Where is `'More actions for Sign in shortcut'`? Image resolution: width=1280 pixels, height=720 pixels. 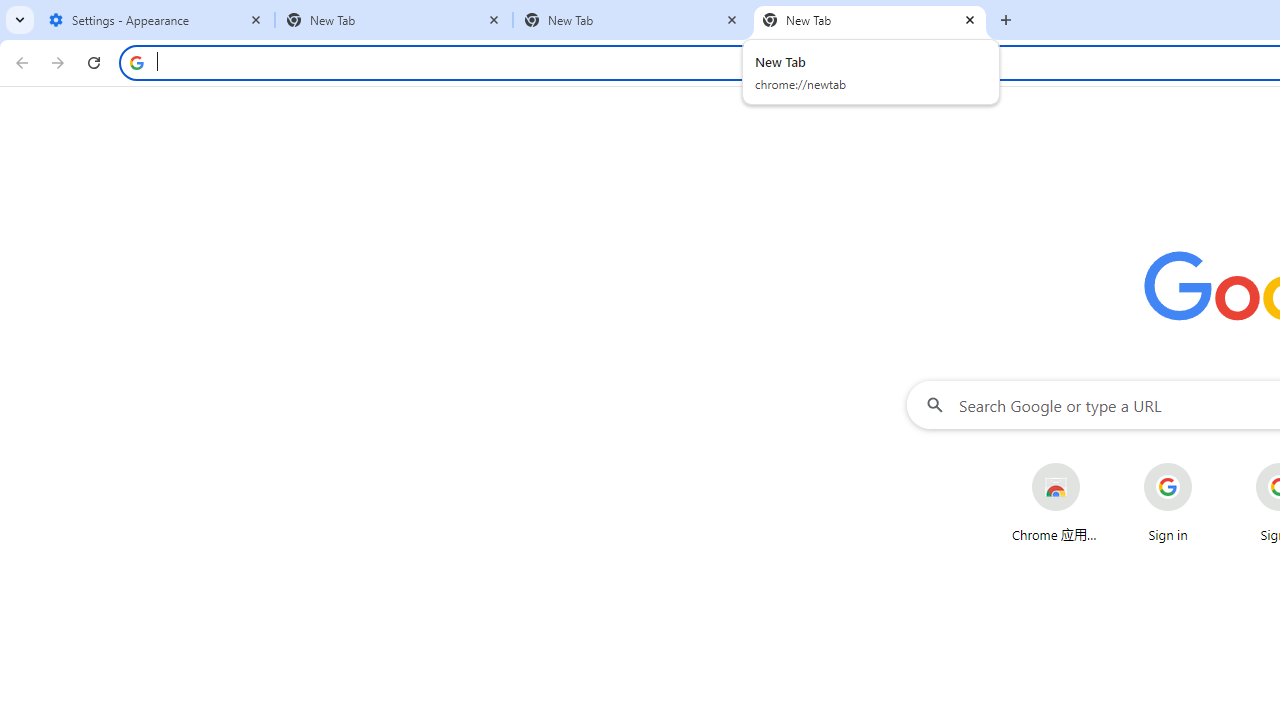 'More actions for Sign in shortcut' is located at coordinates (1207, 464).